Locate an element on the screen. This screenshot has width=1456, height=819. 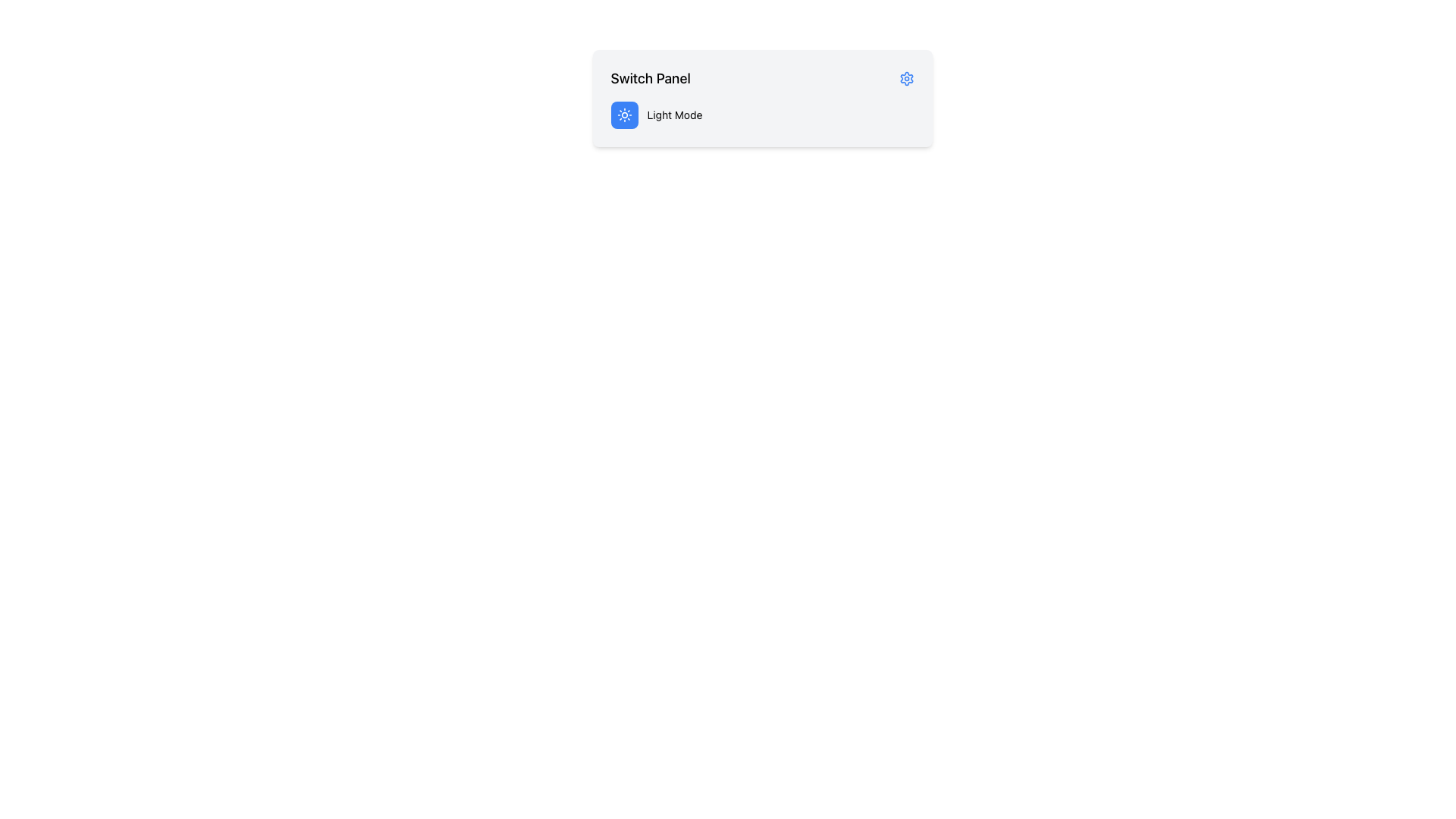
the text label that says 'Light Mode', which is styled with a small font size and positioned to the right of a sun icon within the 'Switch Panel' is located at coordinates (673, 114).